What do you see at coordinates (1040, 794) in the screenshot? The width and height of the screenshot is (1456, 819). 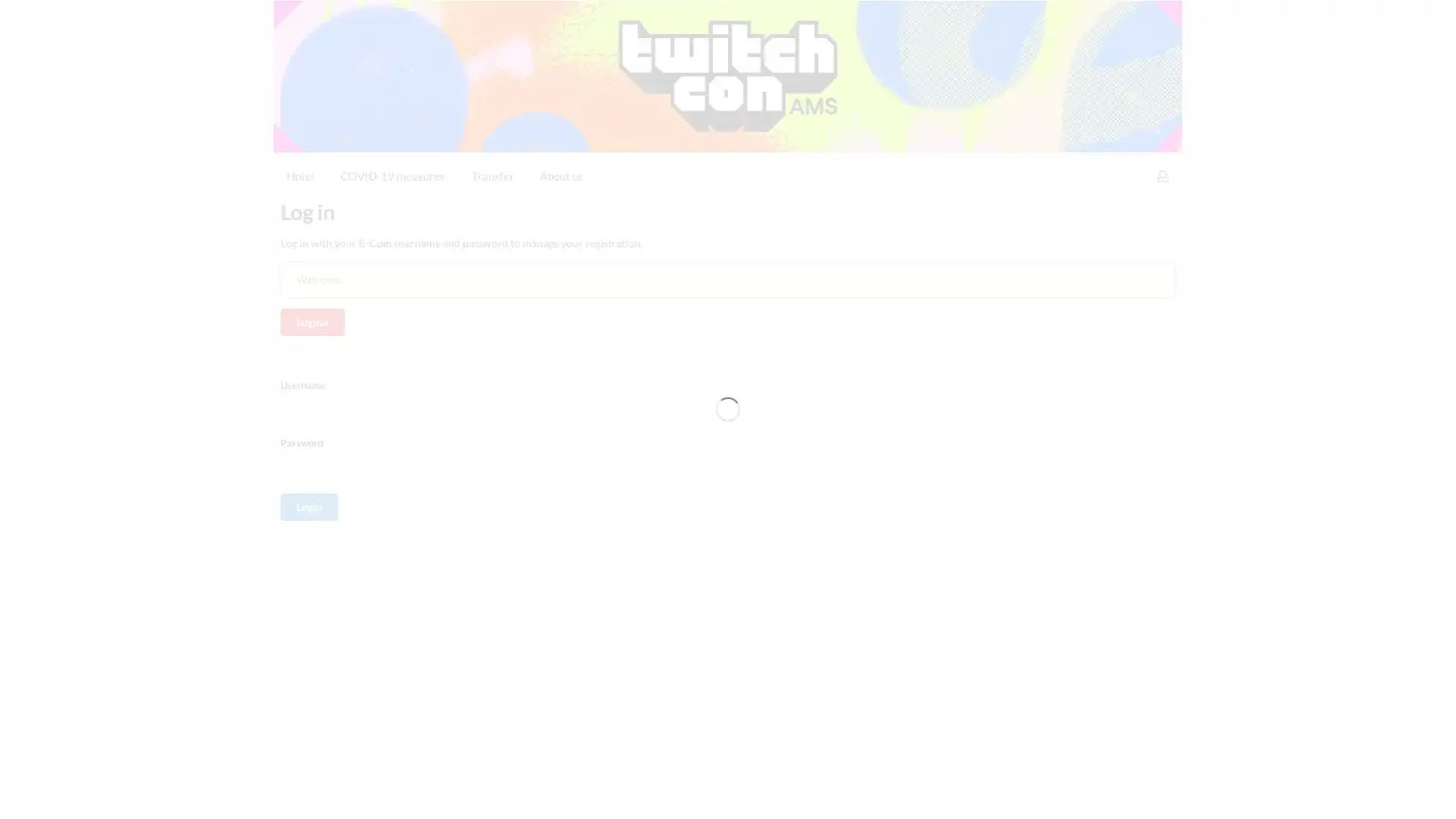 I see `Disable All` at bounding box center [1040, 794].